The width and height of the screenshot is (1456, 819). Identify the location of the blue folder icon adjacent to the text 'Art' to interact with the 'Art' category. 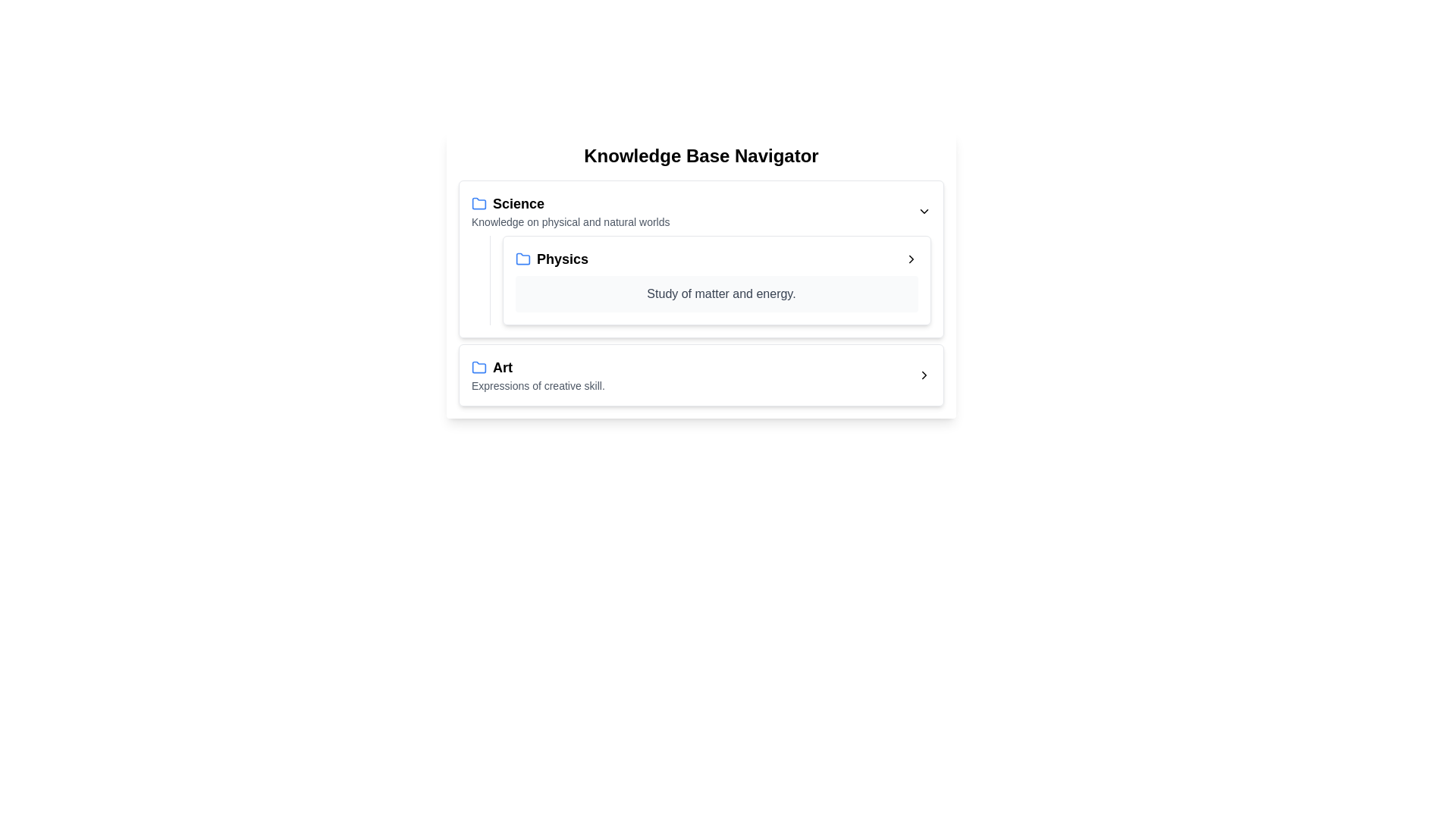
(479, 368).